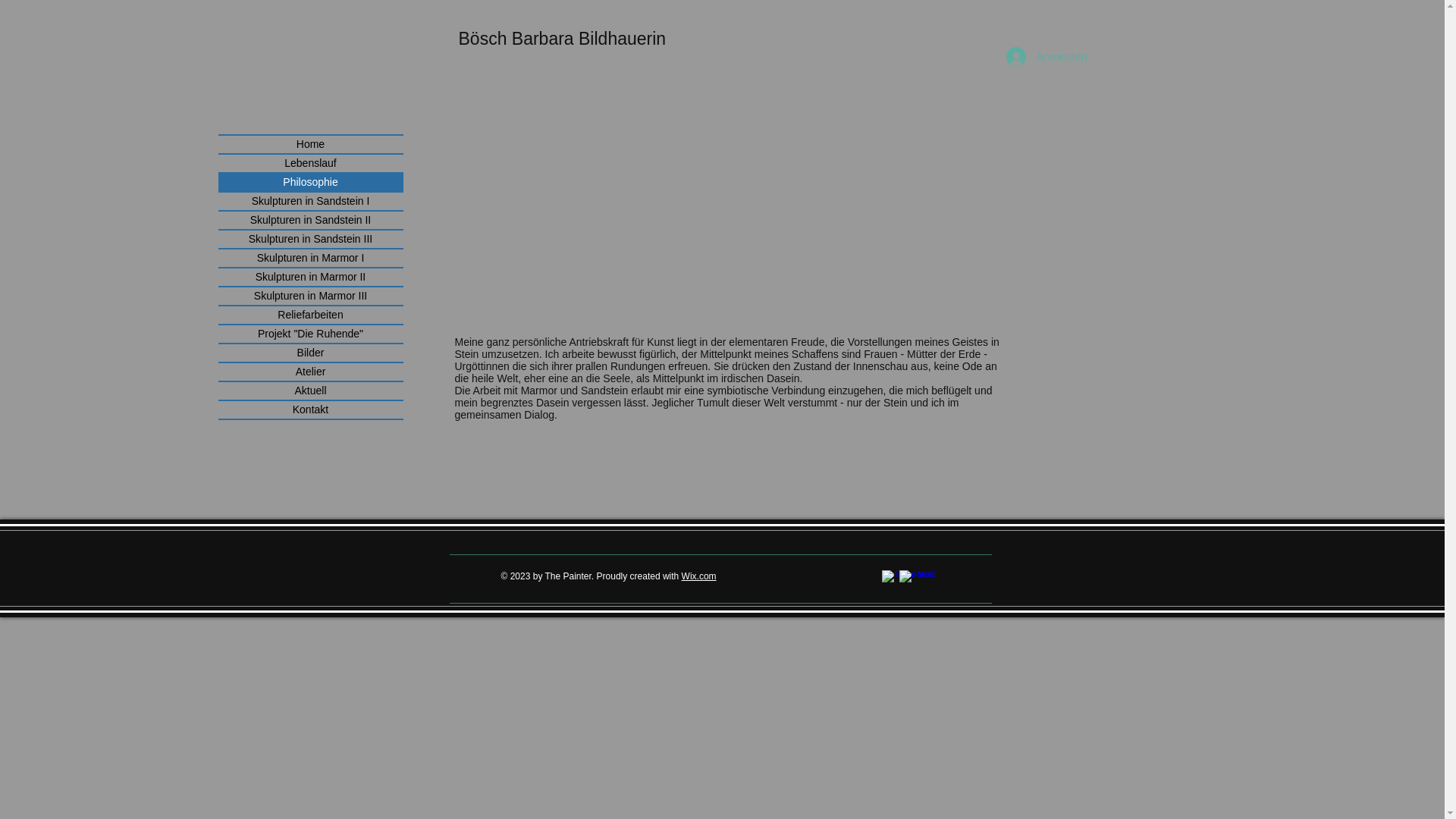 The width and height of the screenshot is (1456, 819). What do you see at coordinates (309, 314) in the screenshot?
I see `'Reliefarbeiten'` at bounding box center [309, 314].